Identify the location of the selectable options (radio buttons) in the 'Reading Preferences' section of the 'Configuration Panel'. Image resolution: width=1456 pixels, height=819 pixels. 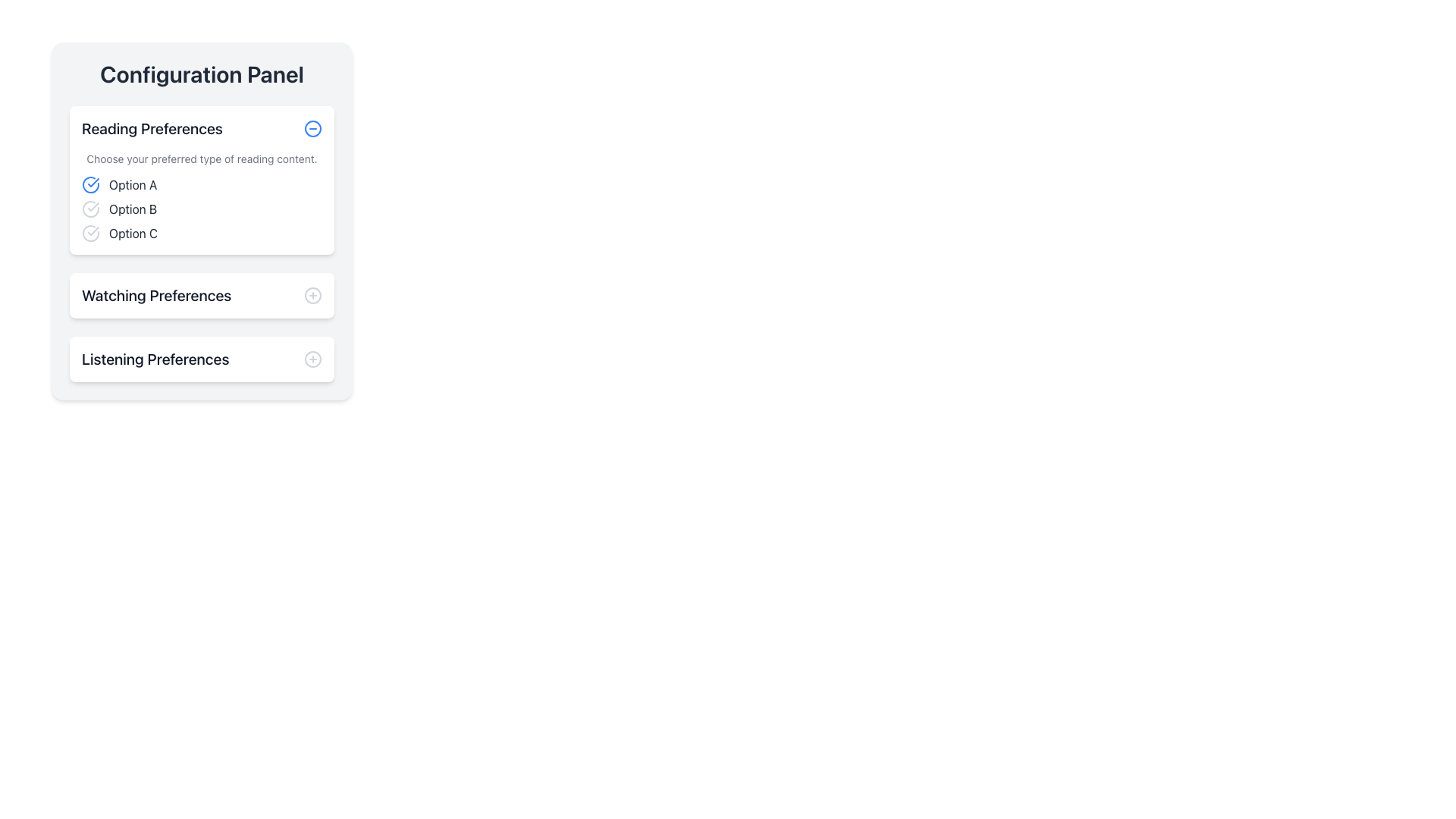
(201, 196).